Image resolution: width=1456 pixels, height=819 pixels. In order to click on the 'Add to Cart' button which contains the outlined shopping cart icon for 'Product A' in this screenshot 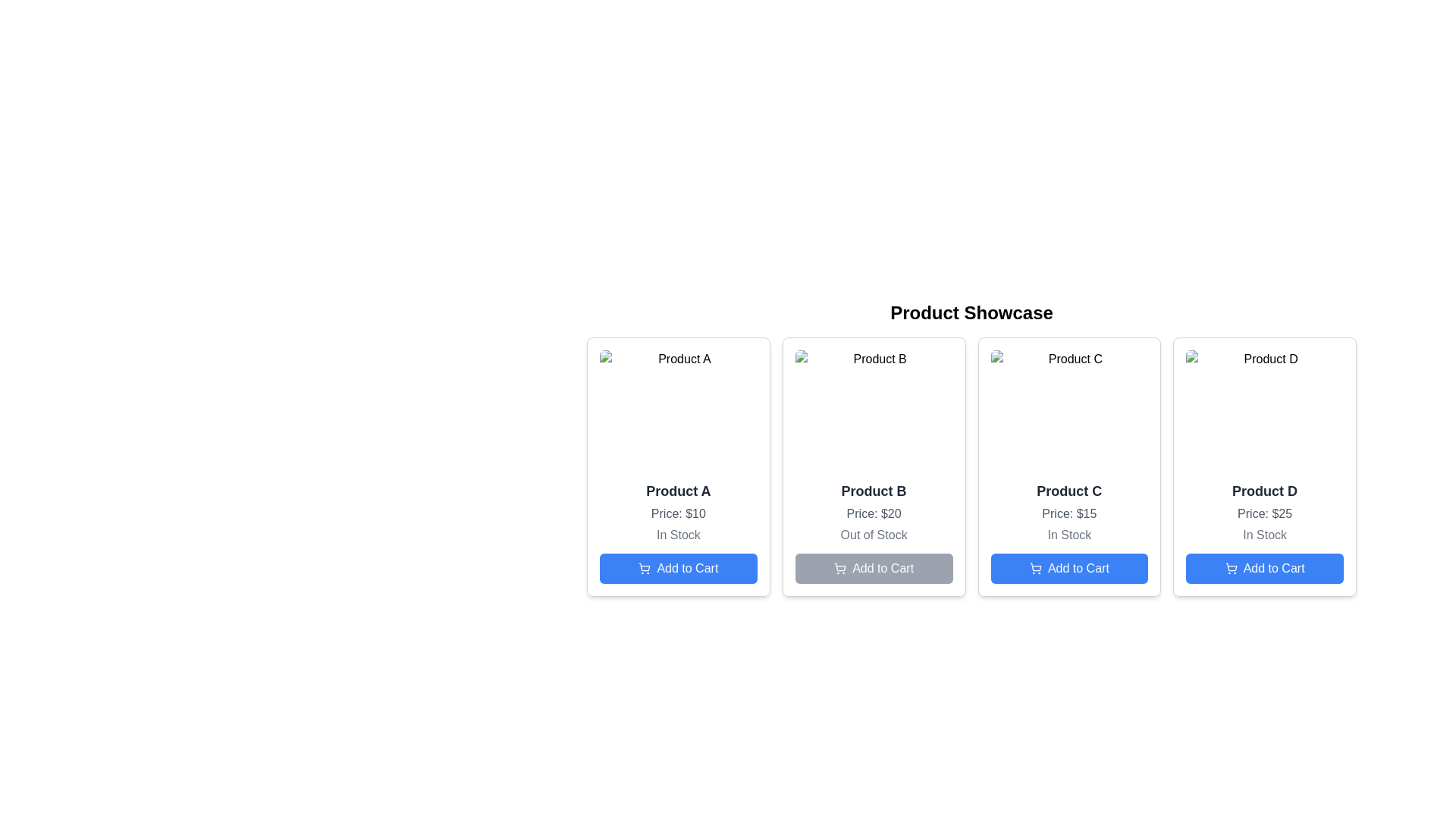, I will do `click(645, 568)`.